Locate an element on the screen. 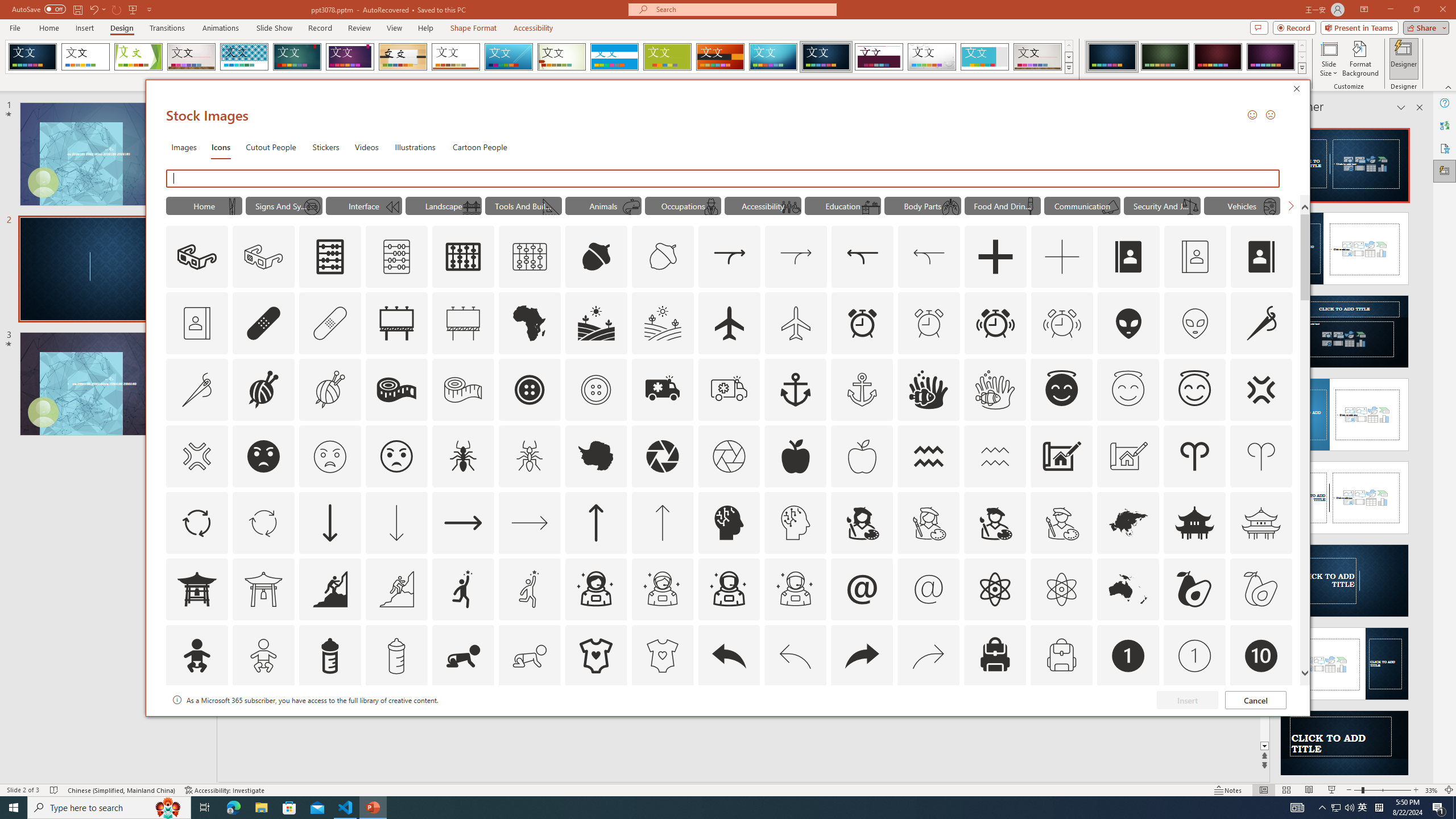  'AutomationID: Icons_Agriculture_M' is located at coordinates (663, 322).